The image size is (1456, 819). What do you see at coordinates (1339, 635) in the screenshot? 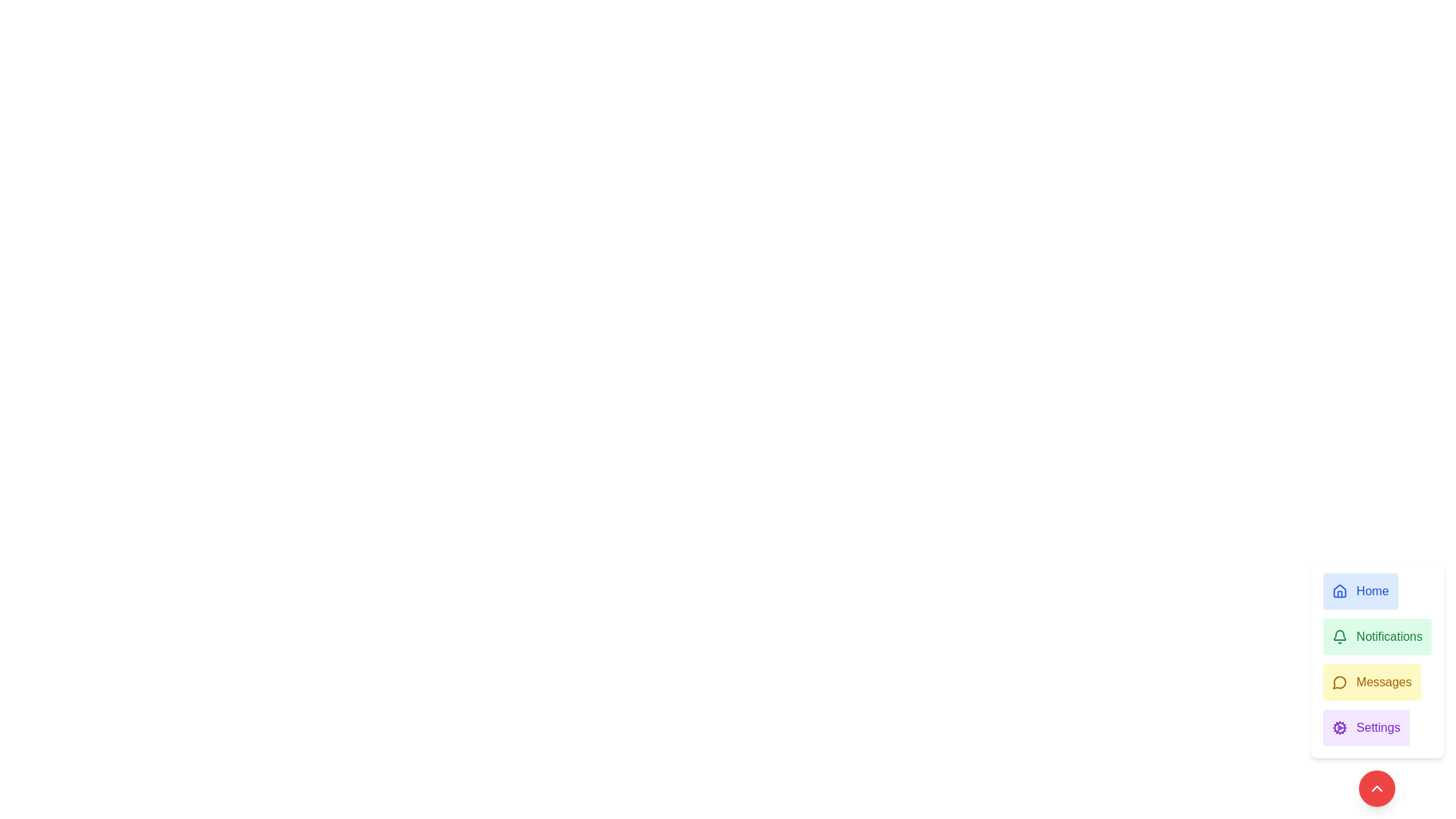
I see `the notification icon located in the sidebar interface area, positioned below the 'Notifications' label` at bounding box center [1339, 635].